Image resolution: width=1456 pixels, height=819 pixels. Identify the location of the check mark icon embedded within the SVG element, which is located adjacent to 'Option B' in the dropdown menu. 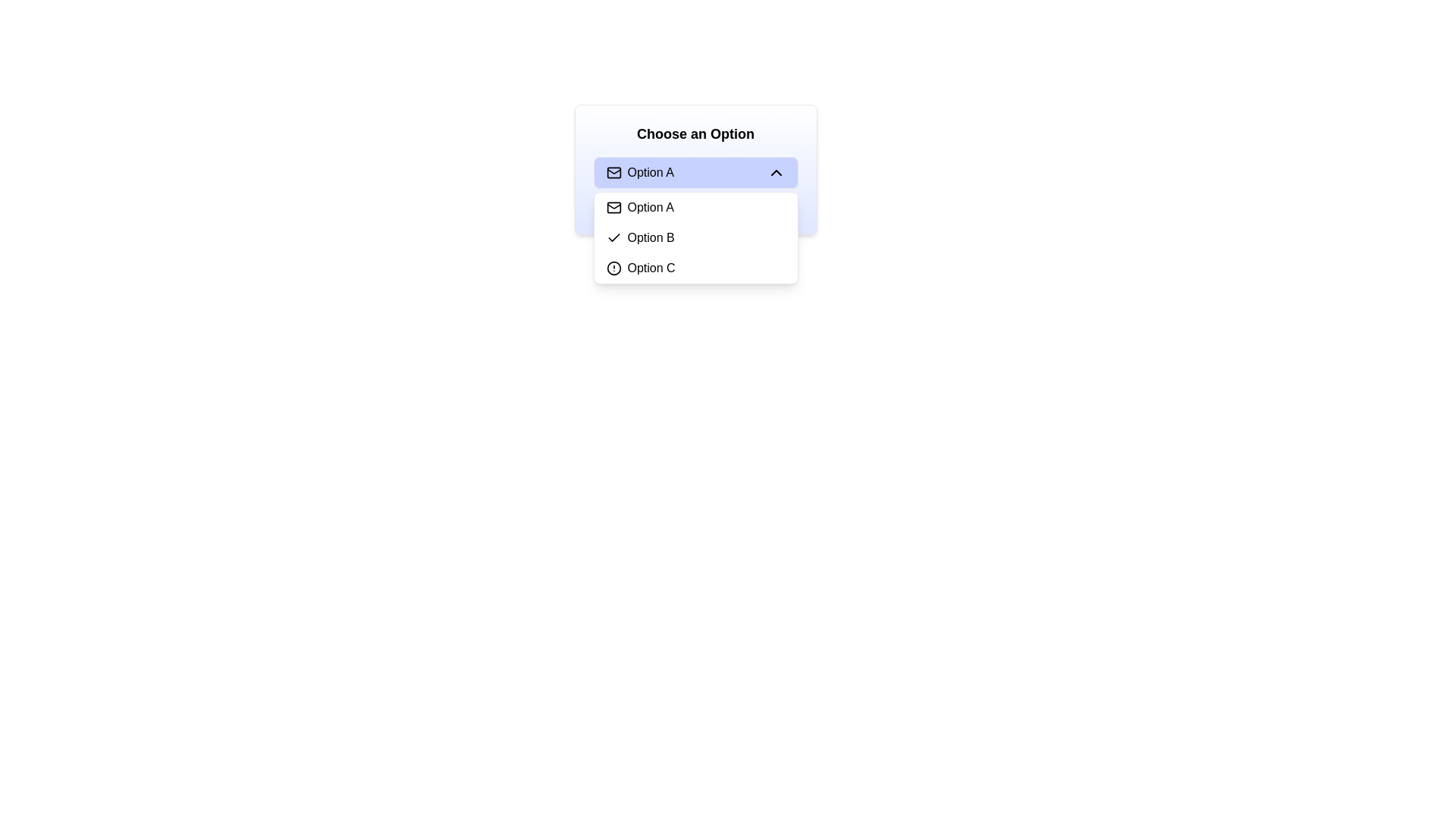
(613, 237).